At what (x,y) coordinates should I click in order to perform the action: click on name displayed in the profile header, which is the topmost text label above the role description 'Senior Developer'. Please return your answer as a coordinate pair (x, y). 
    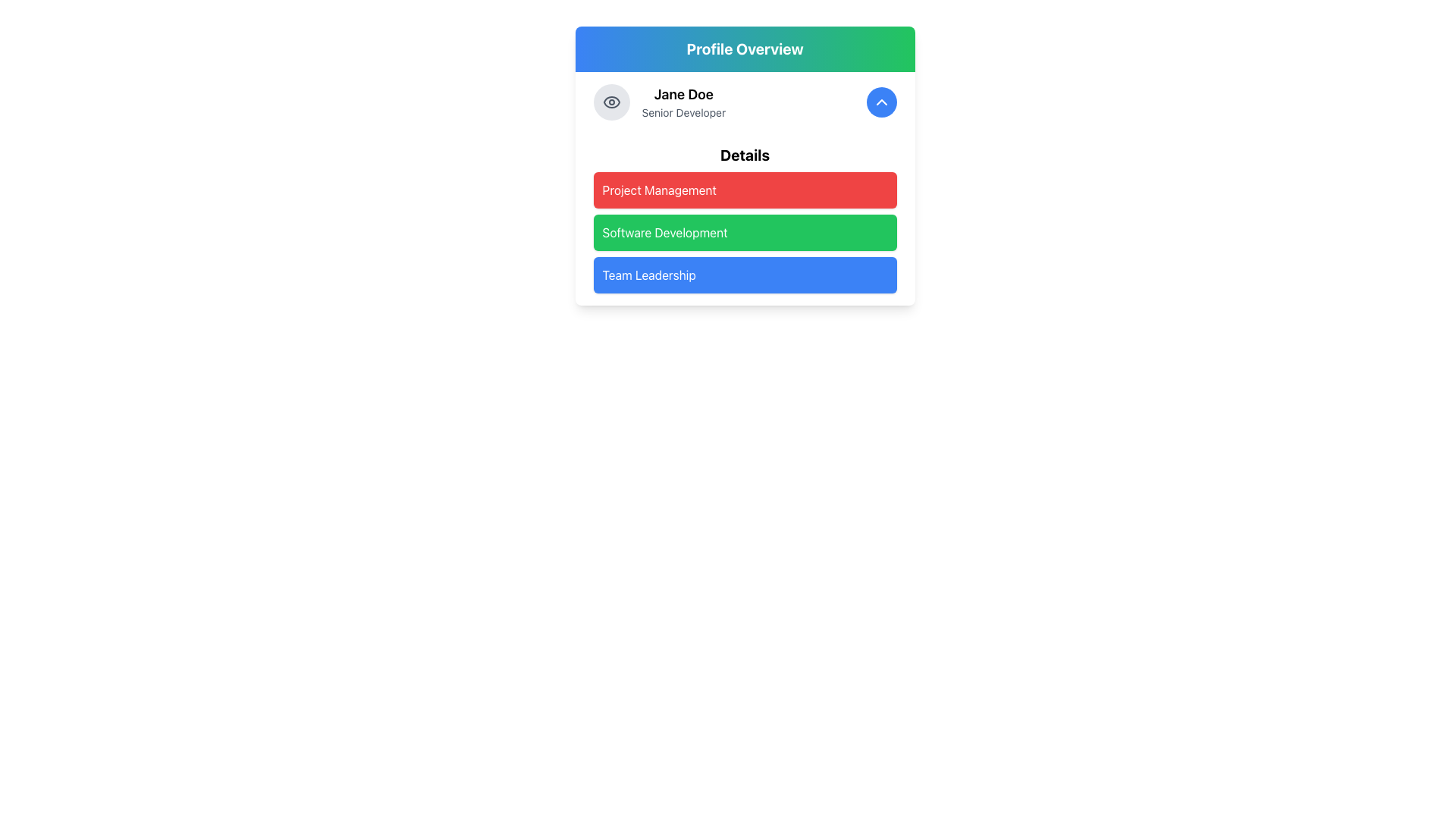
    Looking at the image, I should click on (682, 94).